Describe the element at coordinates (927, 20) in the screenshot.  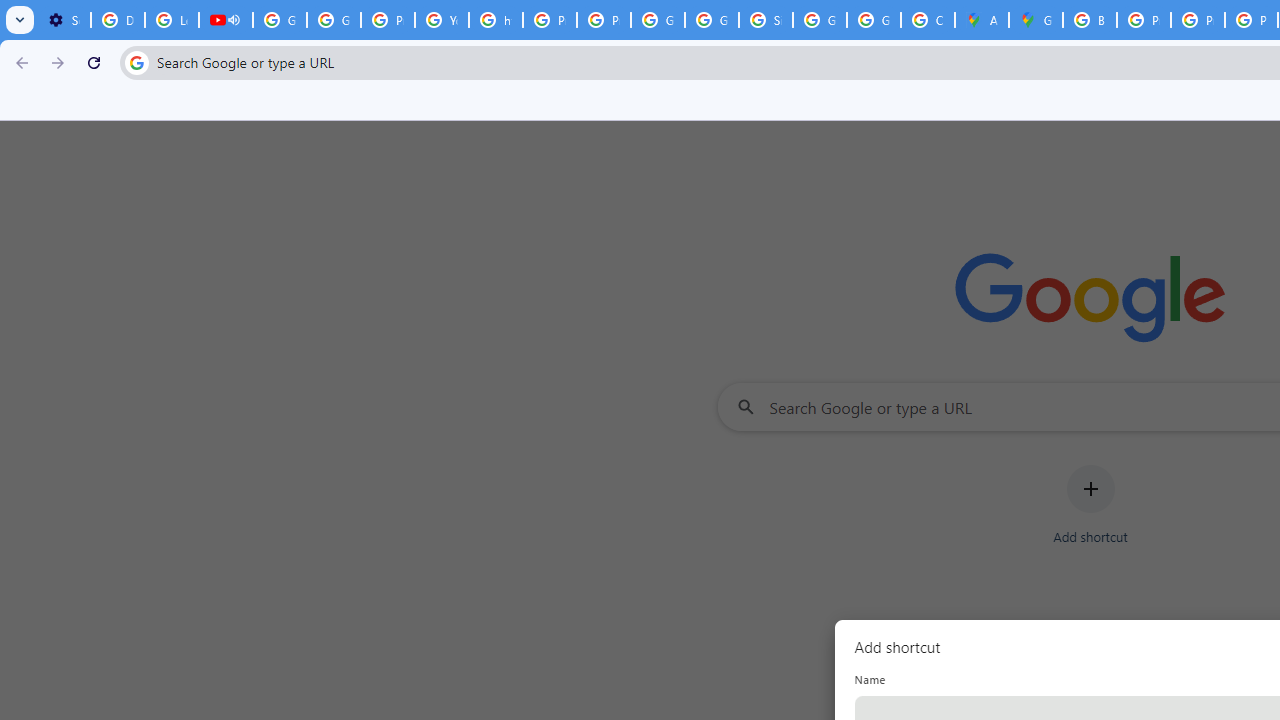
I see `'Create your Google Account'` at that location.